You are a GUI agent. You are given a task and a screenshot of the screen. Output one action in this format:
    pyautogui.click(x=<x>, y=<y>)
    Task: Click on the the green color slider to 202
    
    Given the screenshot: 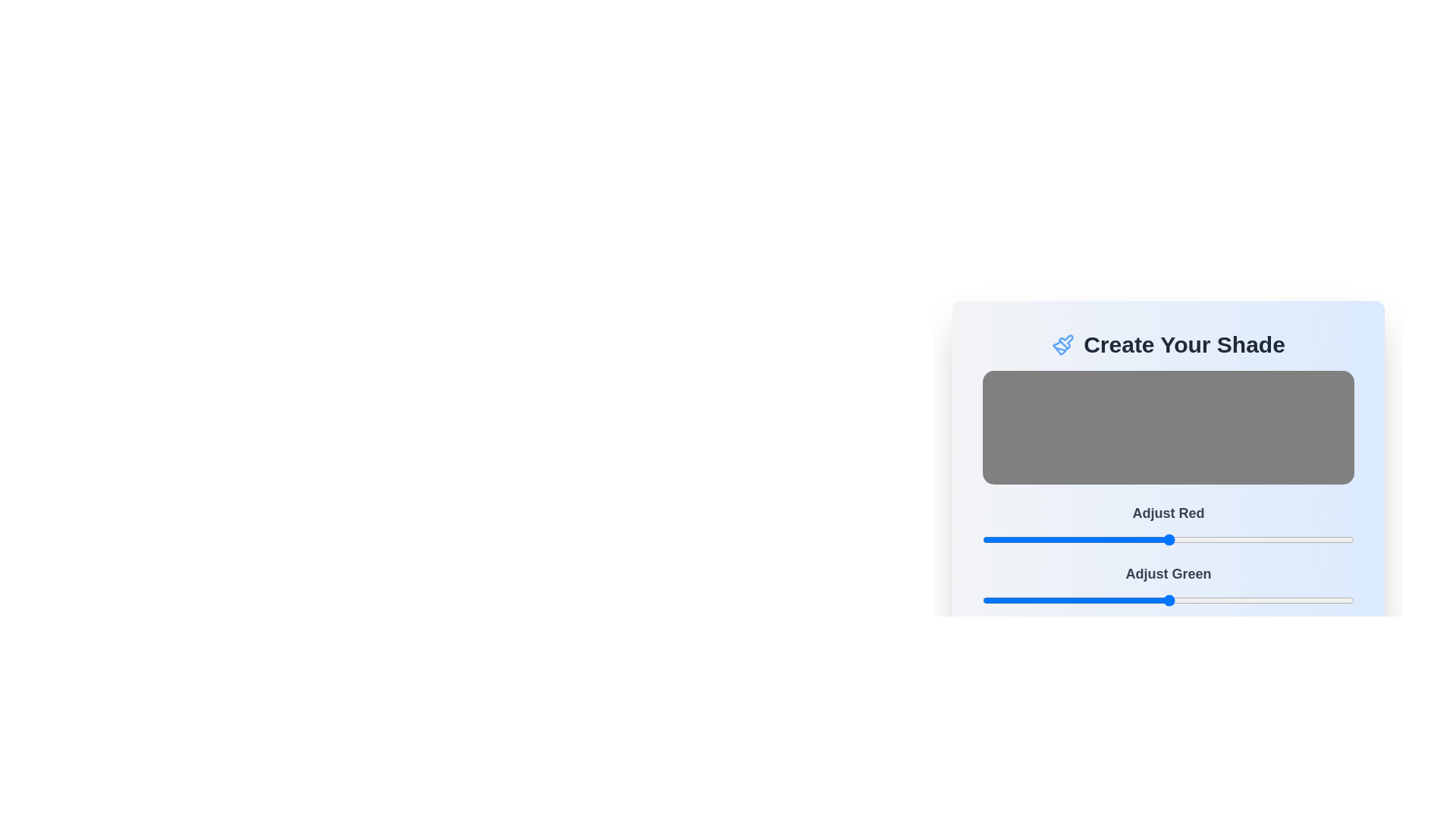 What is the action you would take?
    pyautogui.click(x=1276, y=599)
    